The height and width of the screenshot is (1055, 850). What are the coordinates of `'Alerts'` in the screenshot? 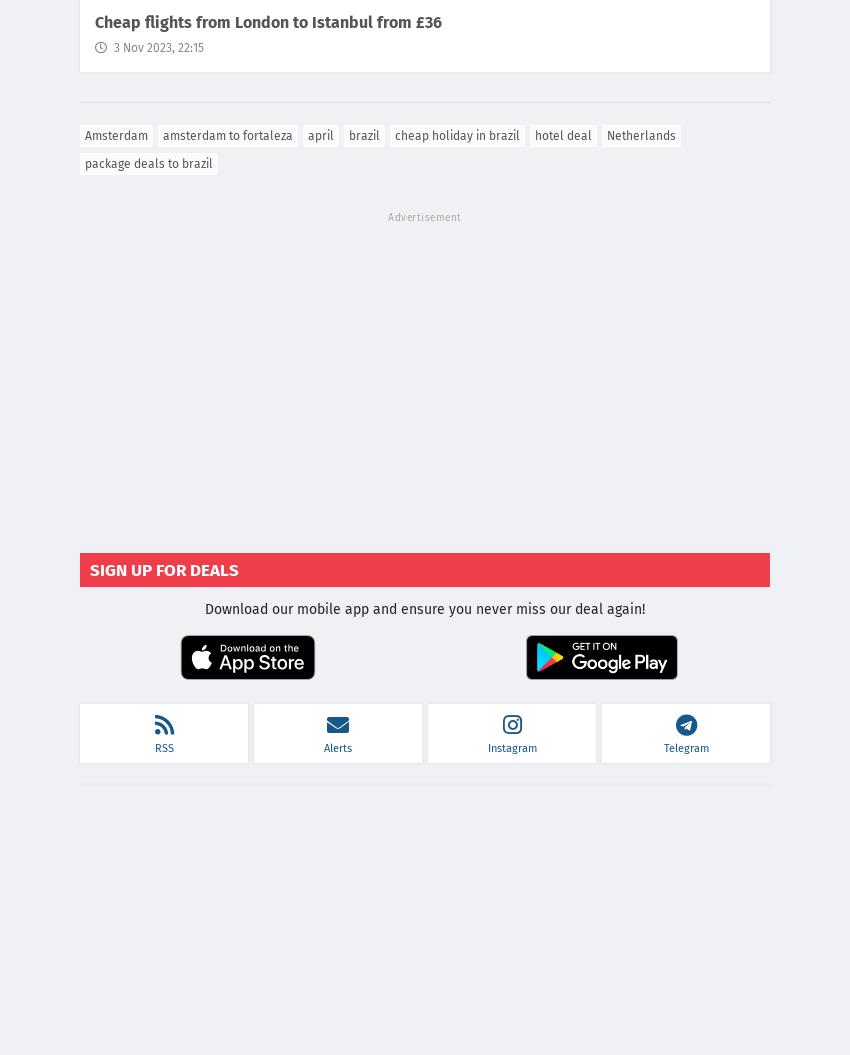 It's located at (337, 748).